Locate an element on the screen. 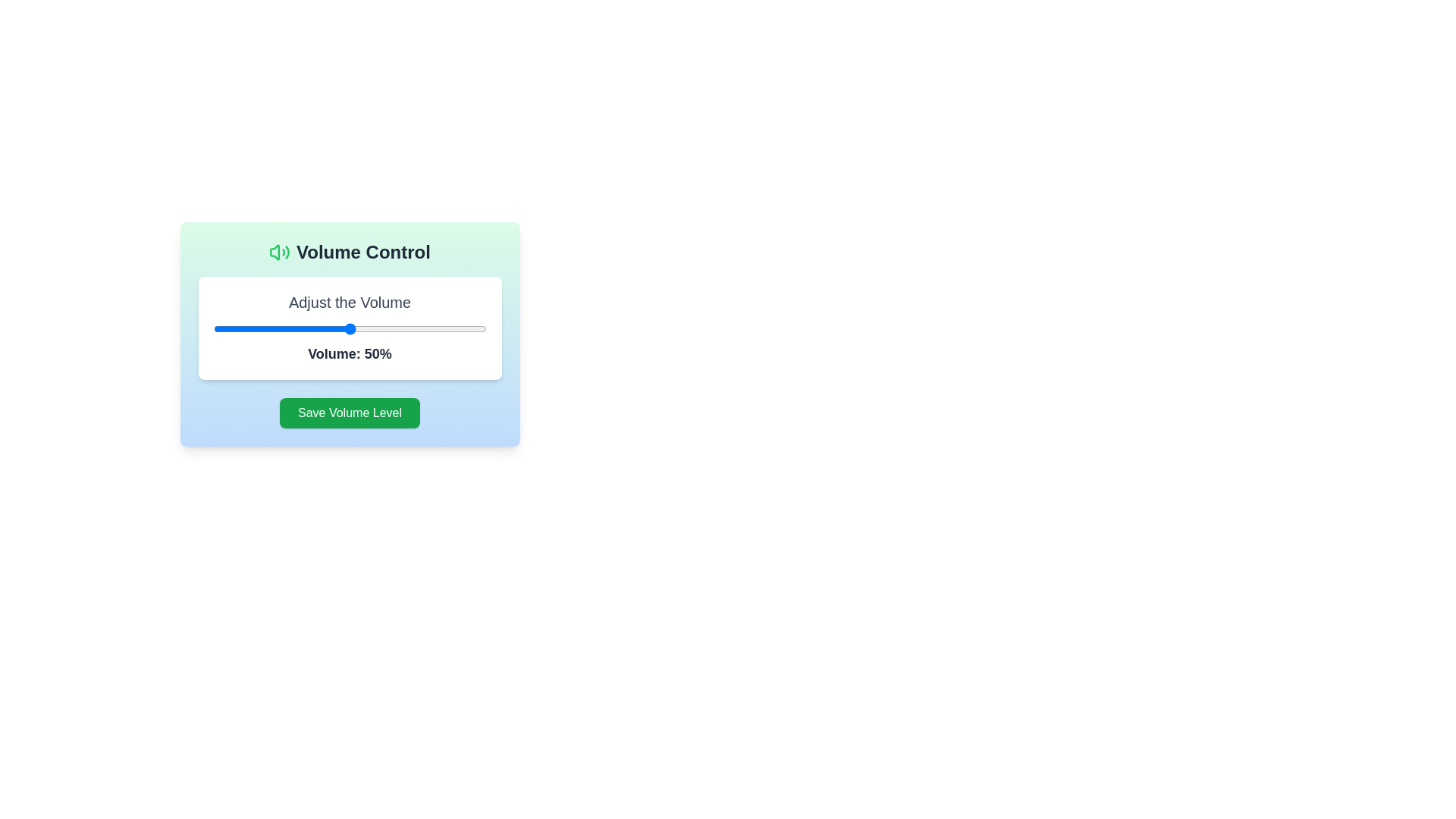  the volume slider to set the volume to 61% is located at coordinates (380, 328).